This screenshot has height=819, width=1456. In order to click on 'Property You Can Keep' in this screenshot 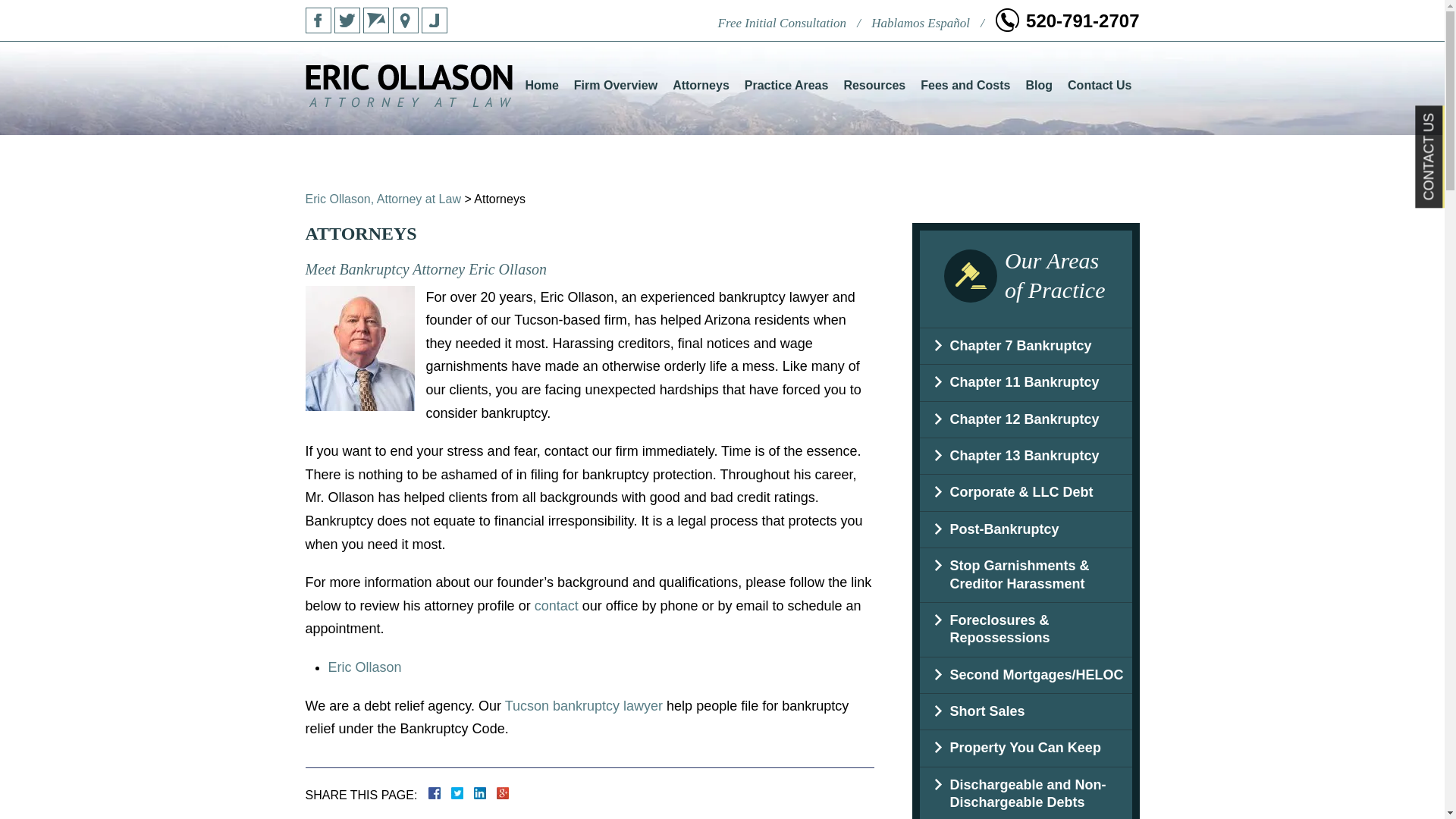, I will do `click(1025, 747)`.